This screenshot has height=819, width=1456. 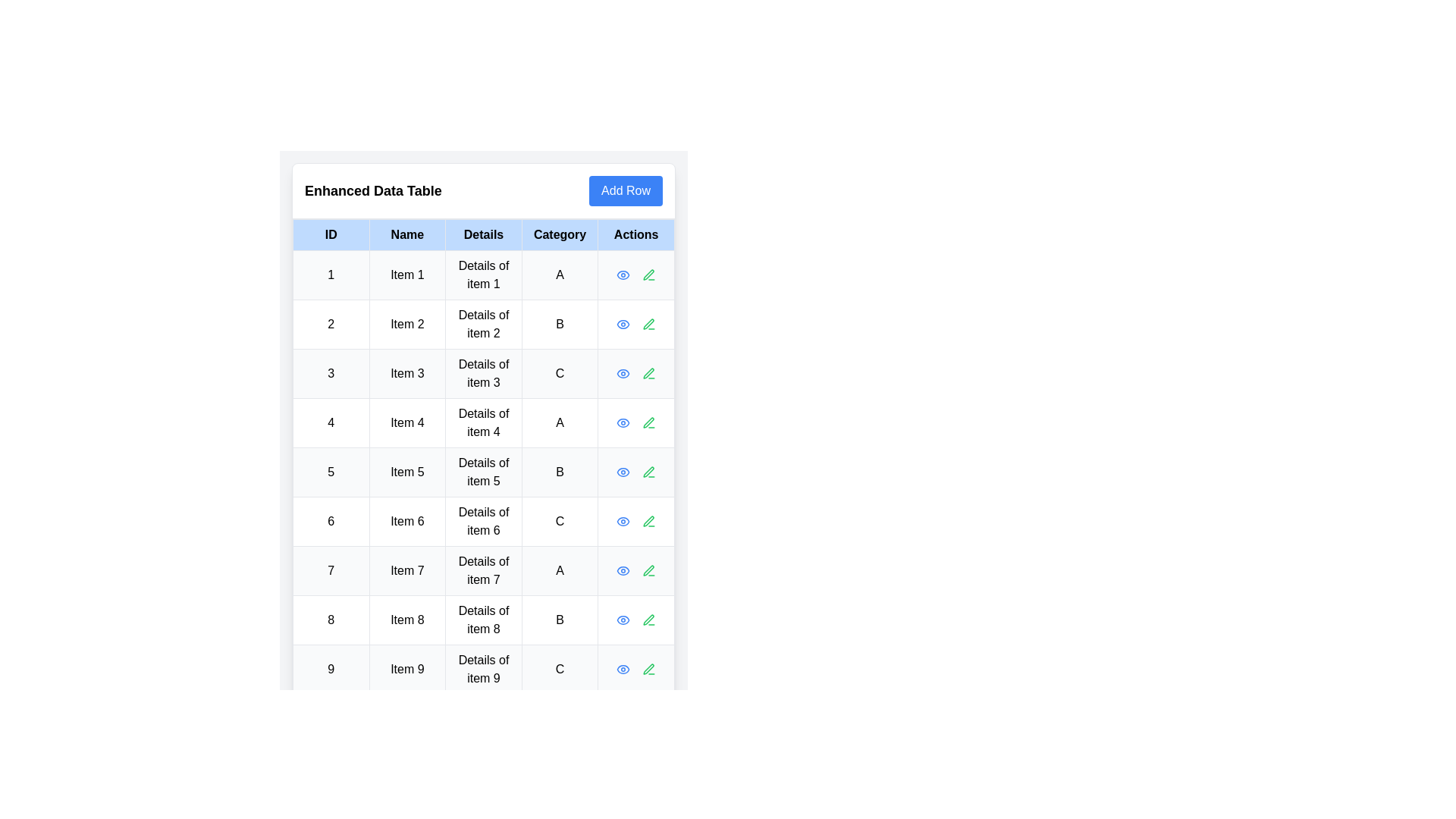 I want to click on the edit icon button in the Actions column of the first row, so click(x=648, y=275).